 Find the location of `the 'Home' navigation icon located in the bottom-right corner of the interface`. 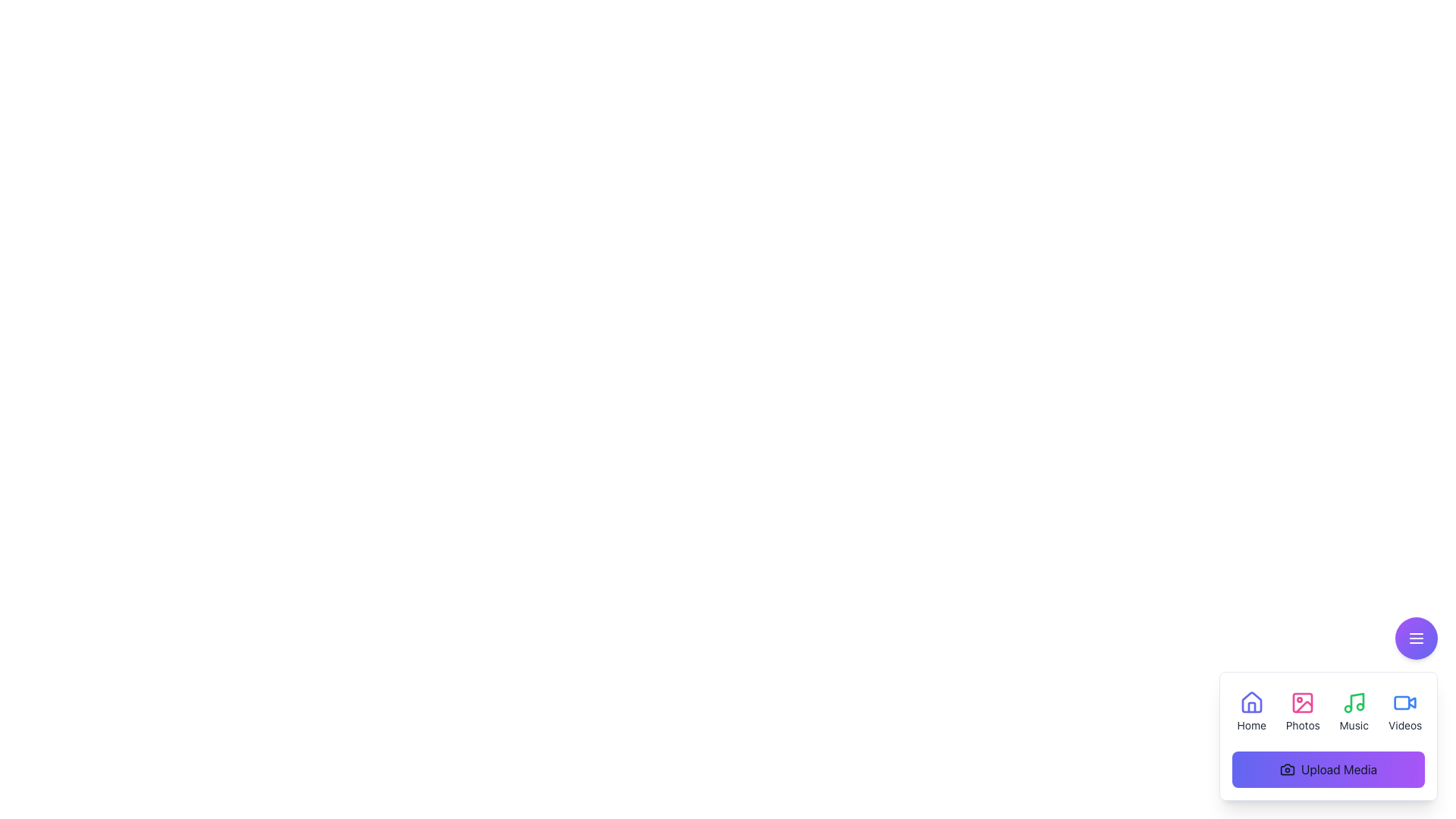

the 'Home' navigation icon located in the bottom-right corner of the interface is located at coordinates (1251, 702).